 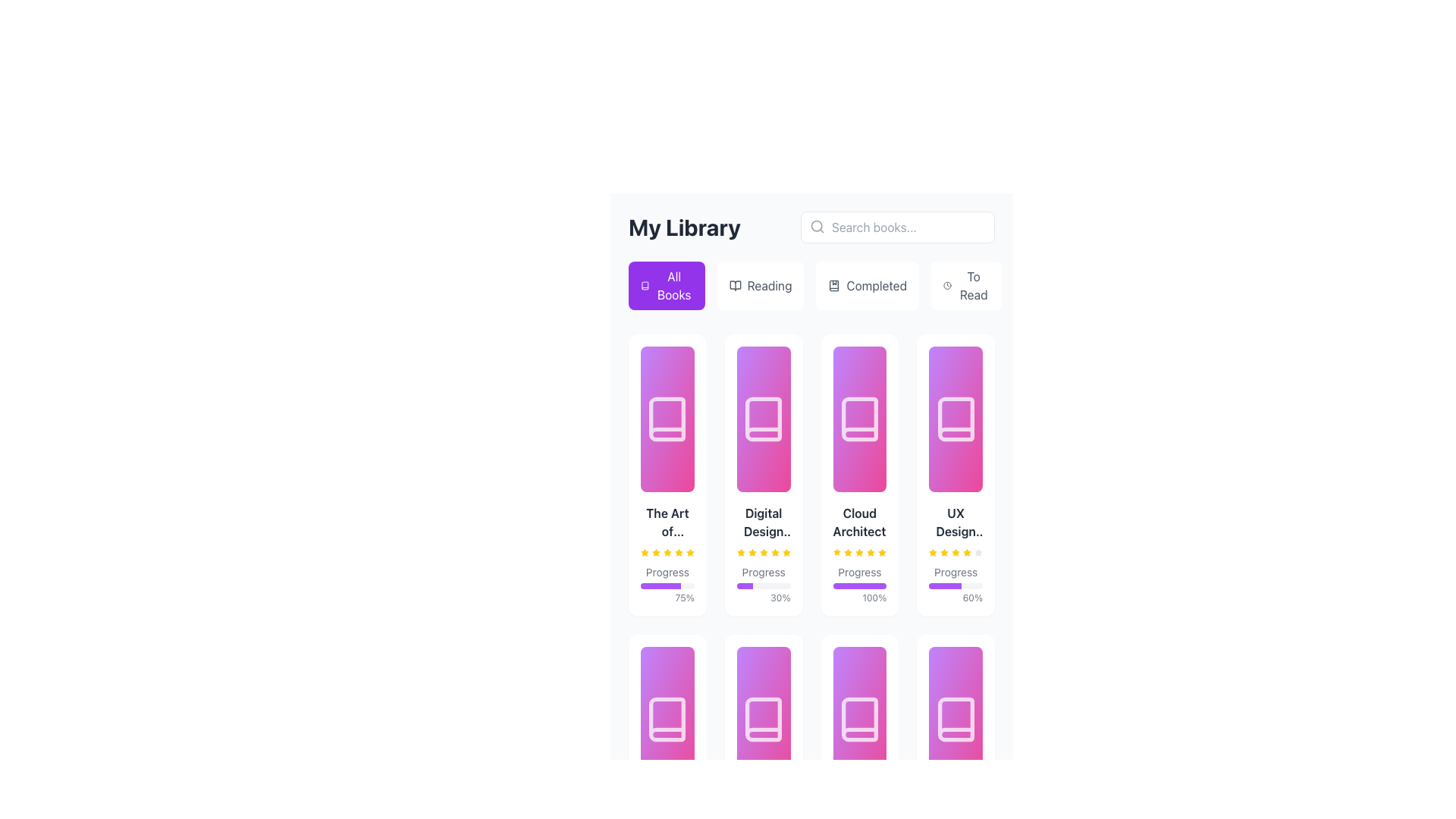 I want to click on the 'Show All Books' button located at the top-left of the button group under the 'My Library' heading, so click(x=667, y=286).